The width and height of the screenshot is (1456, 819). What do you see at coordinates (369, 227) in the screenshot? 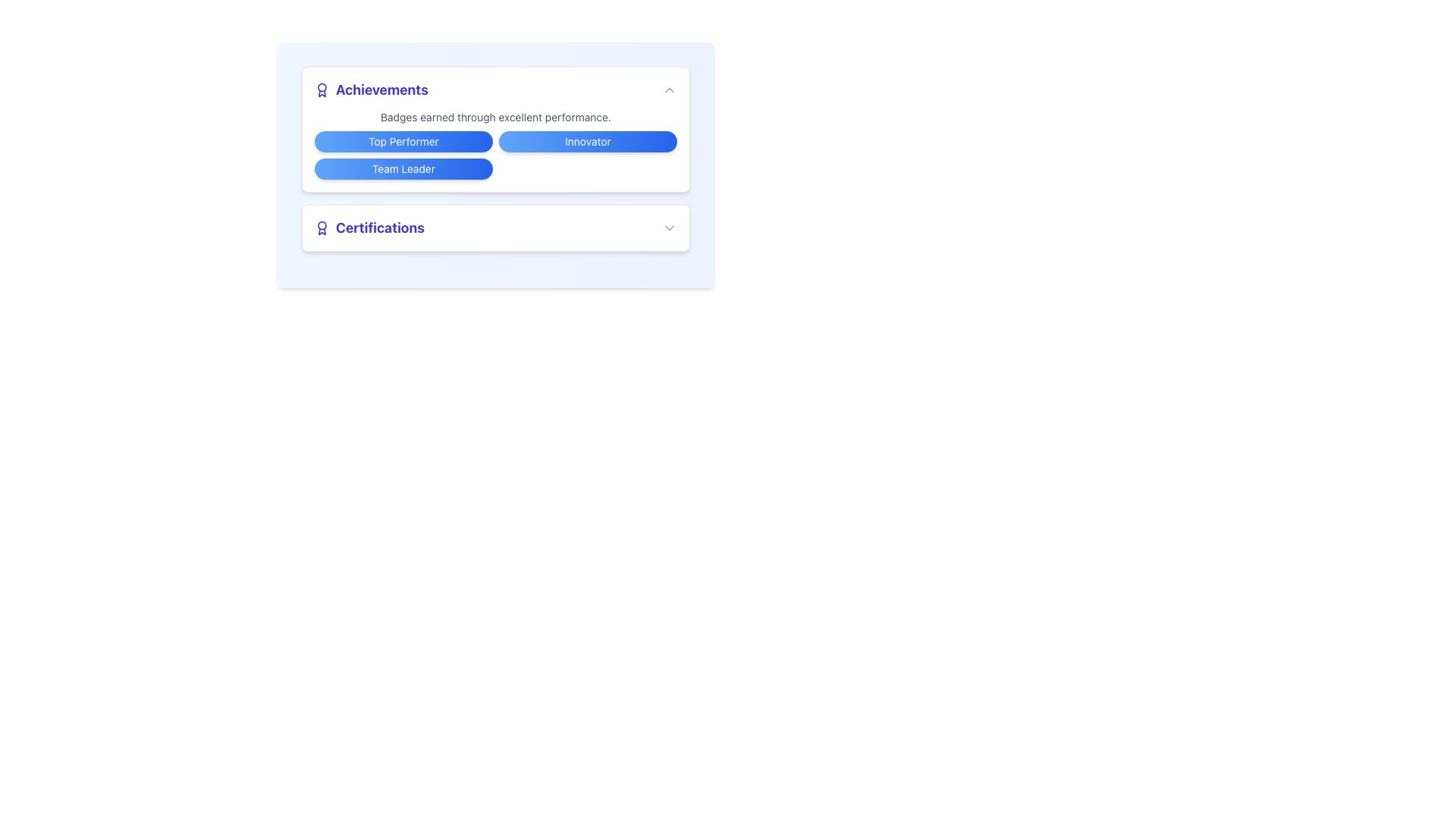
I see `the Header element located beneath the 'Achievements' section` at bounding box center [369, 227].